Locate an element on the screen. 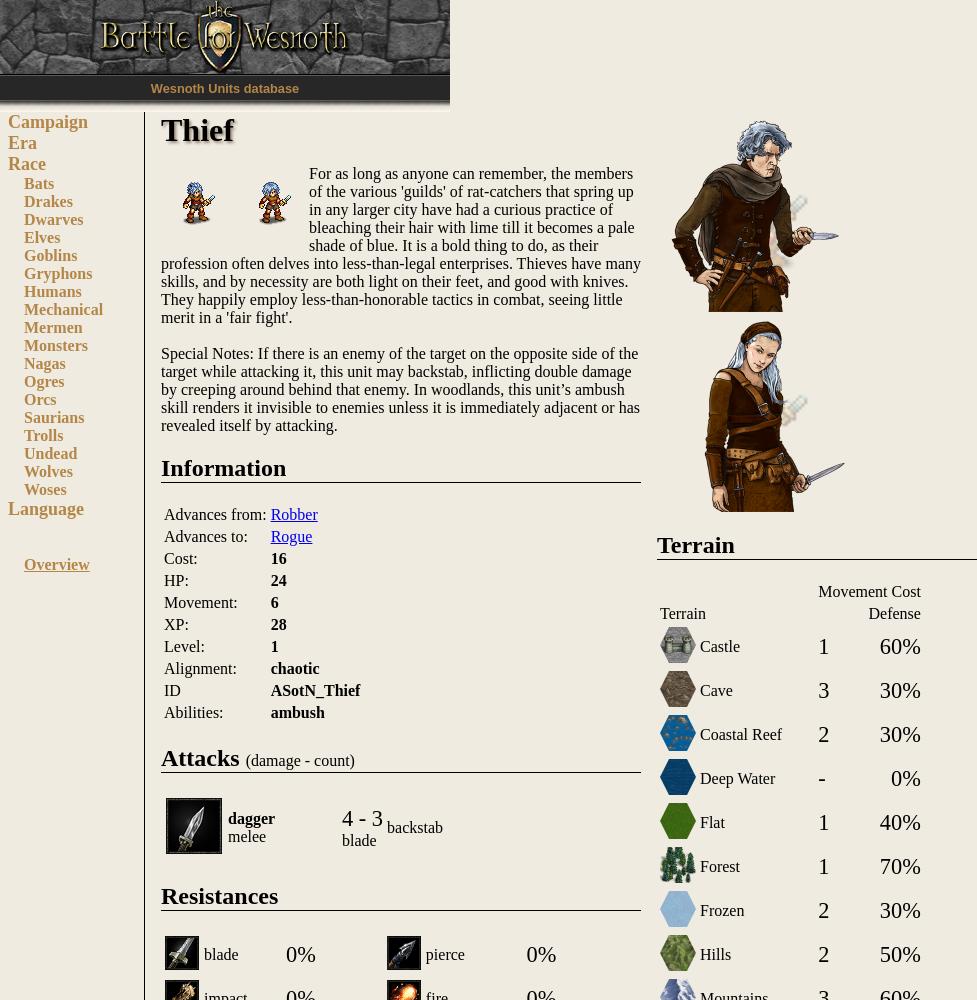  '16' is located at coordinates (269, 557).